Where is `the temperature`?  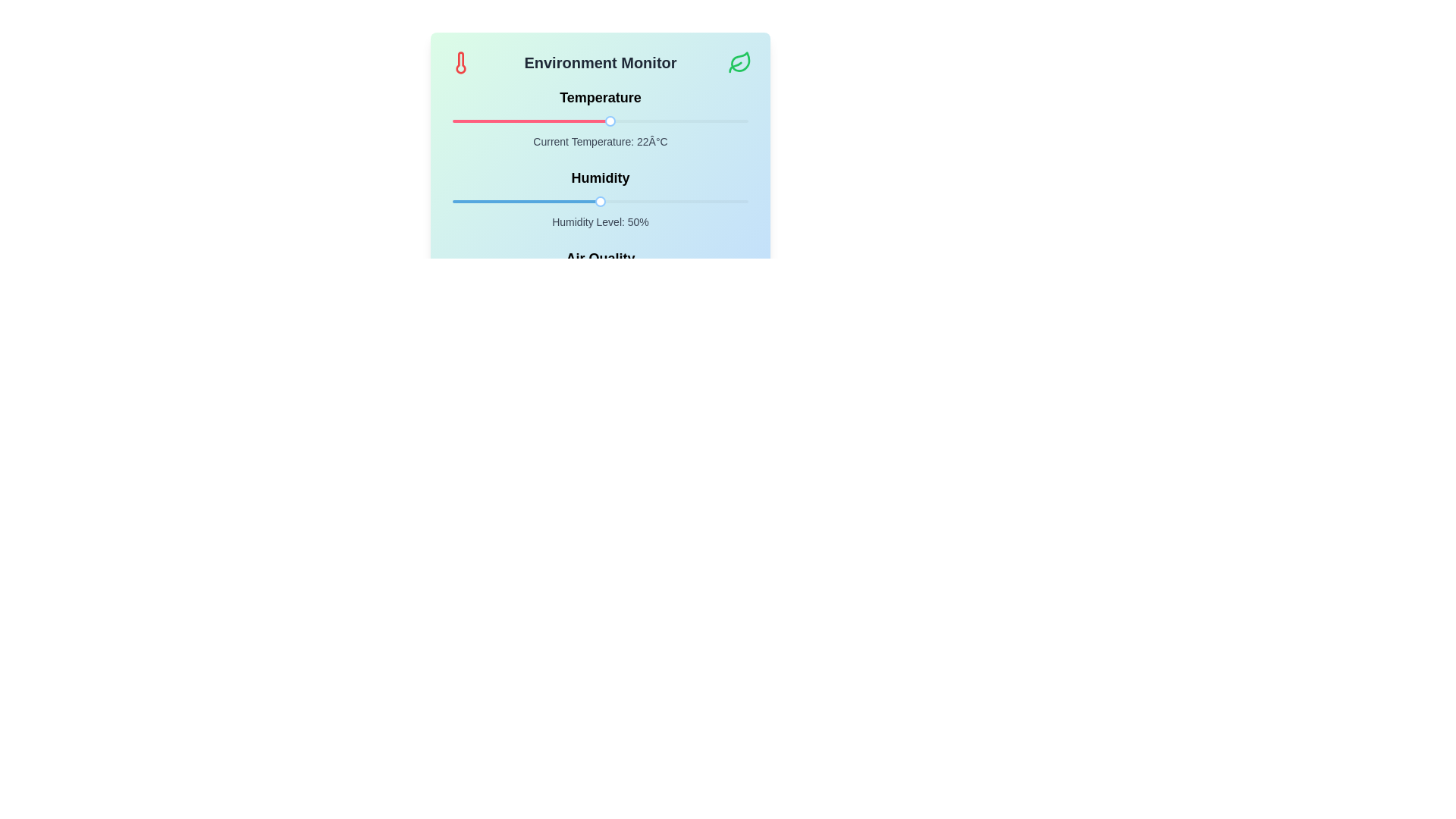
the temperature is located at coordinates (650, 120).